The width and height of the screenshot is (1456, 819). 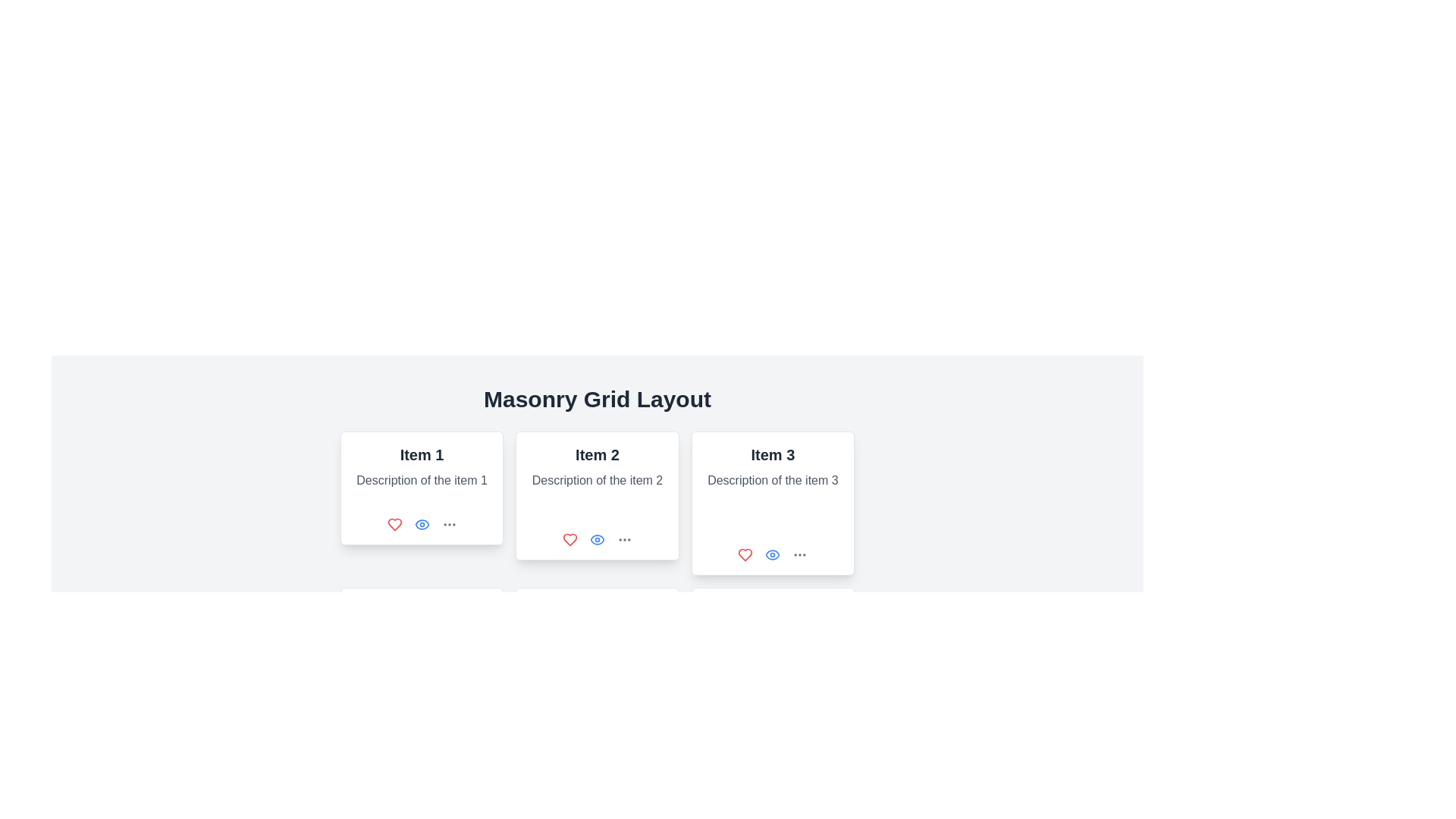 I want to click on the heart-shaped icon in the footer of the item card labeled 'Item 3', so click(x=745, y=555).